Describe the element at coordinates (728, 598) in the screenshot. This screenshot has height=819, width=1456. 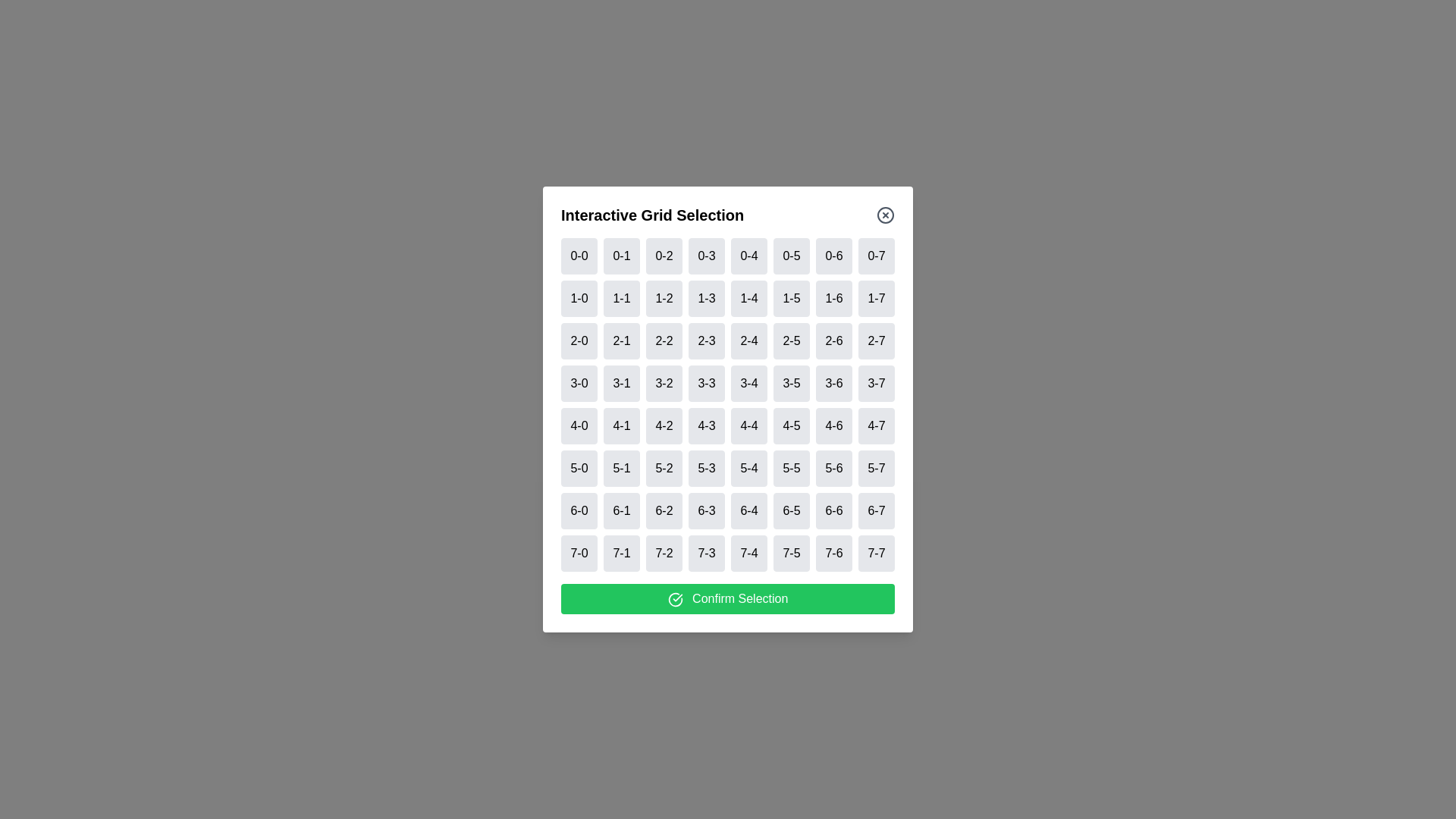
I see `the 'Confirm Selection' button to finalize the selection` at that location.